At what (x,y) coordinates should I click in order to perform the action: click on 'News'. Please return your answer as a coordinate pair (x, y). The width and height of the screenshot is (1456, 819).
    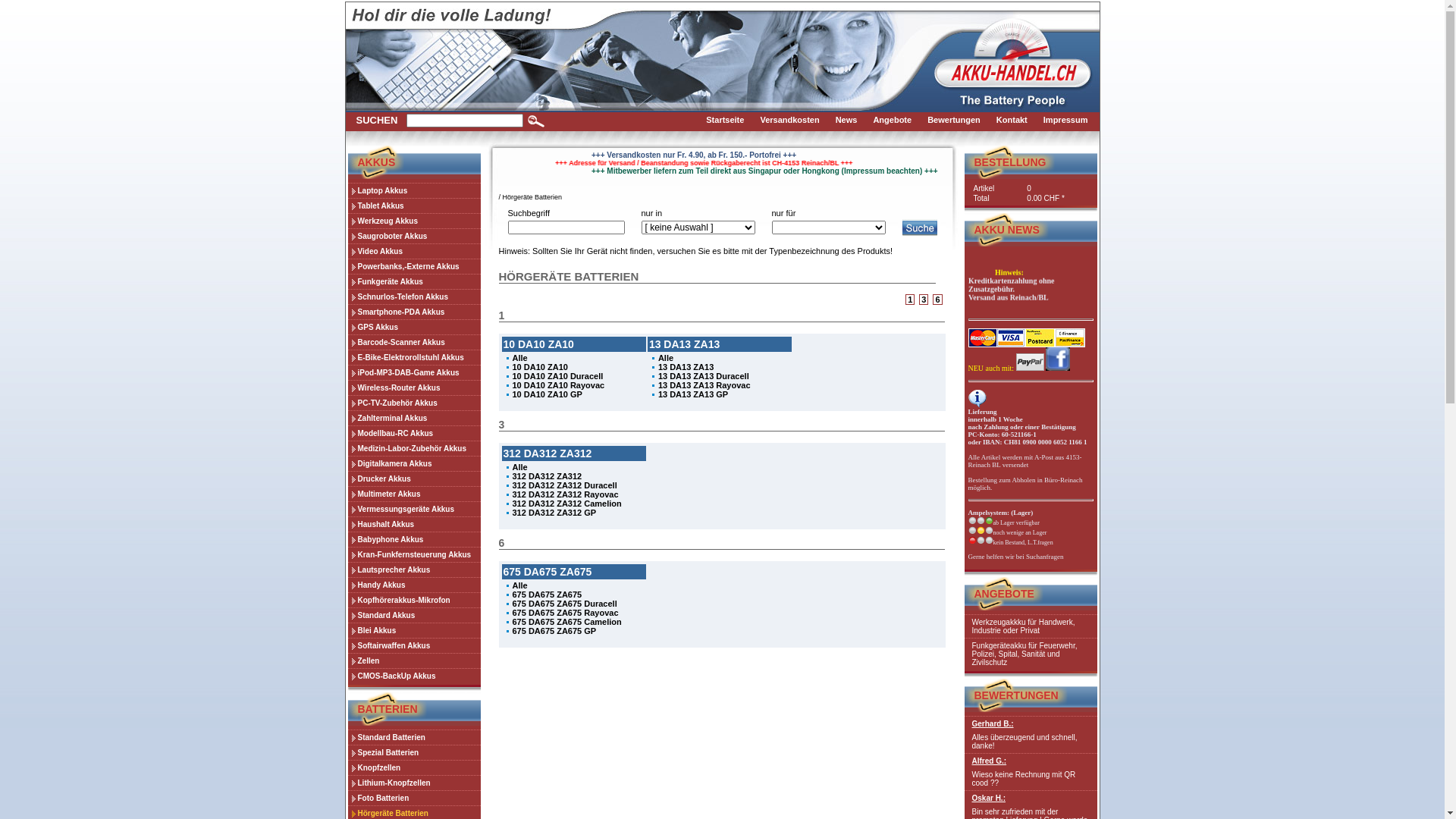
    Looking at the image, I should click on (851, 120).